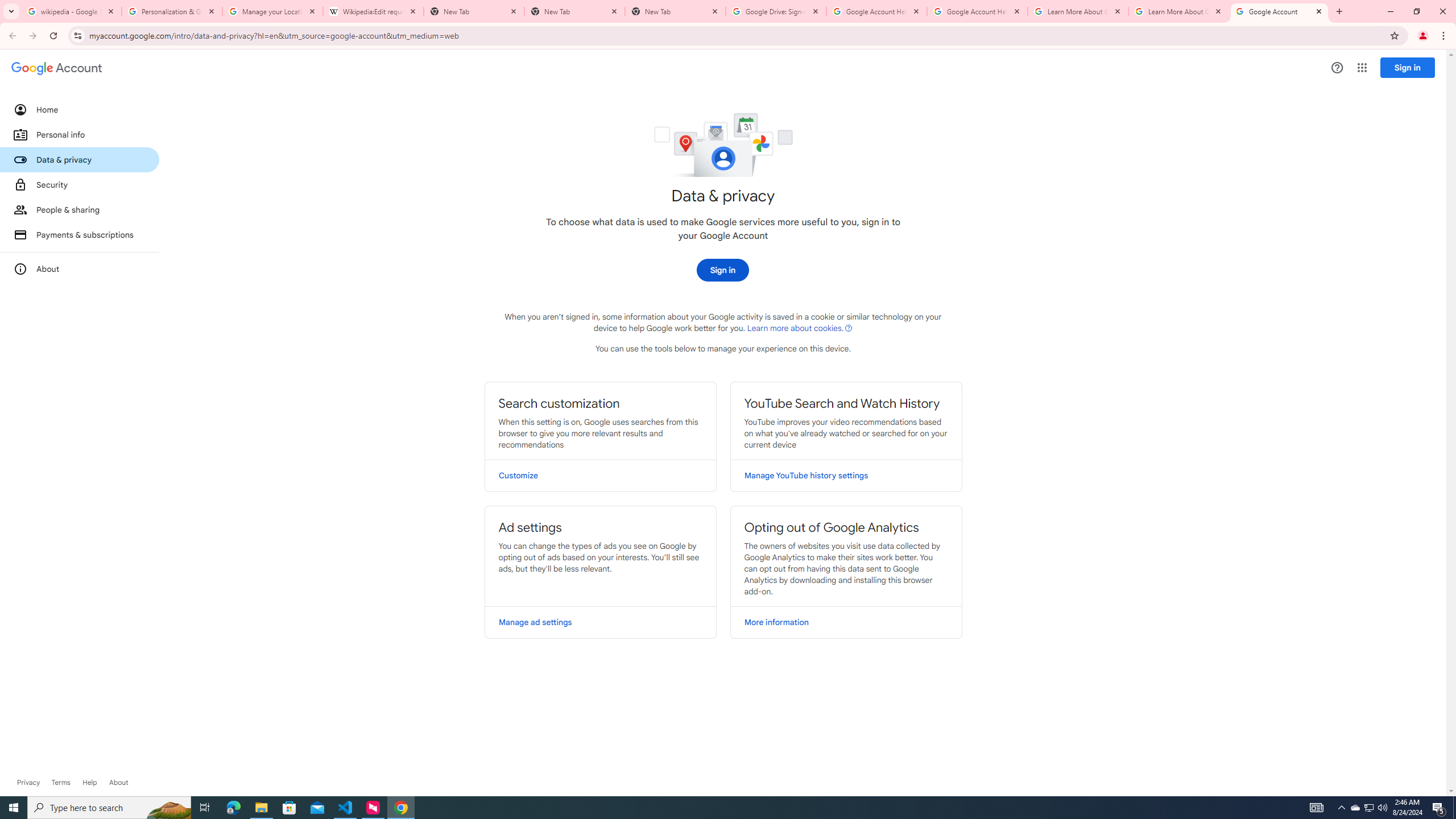 The image size is (1456, 819). I want to click on 'People & sharing', so click(78, 209).